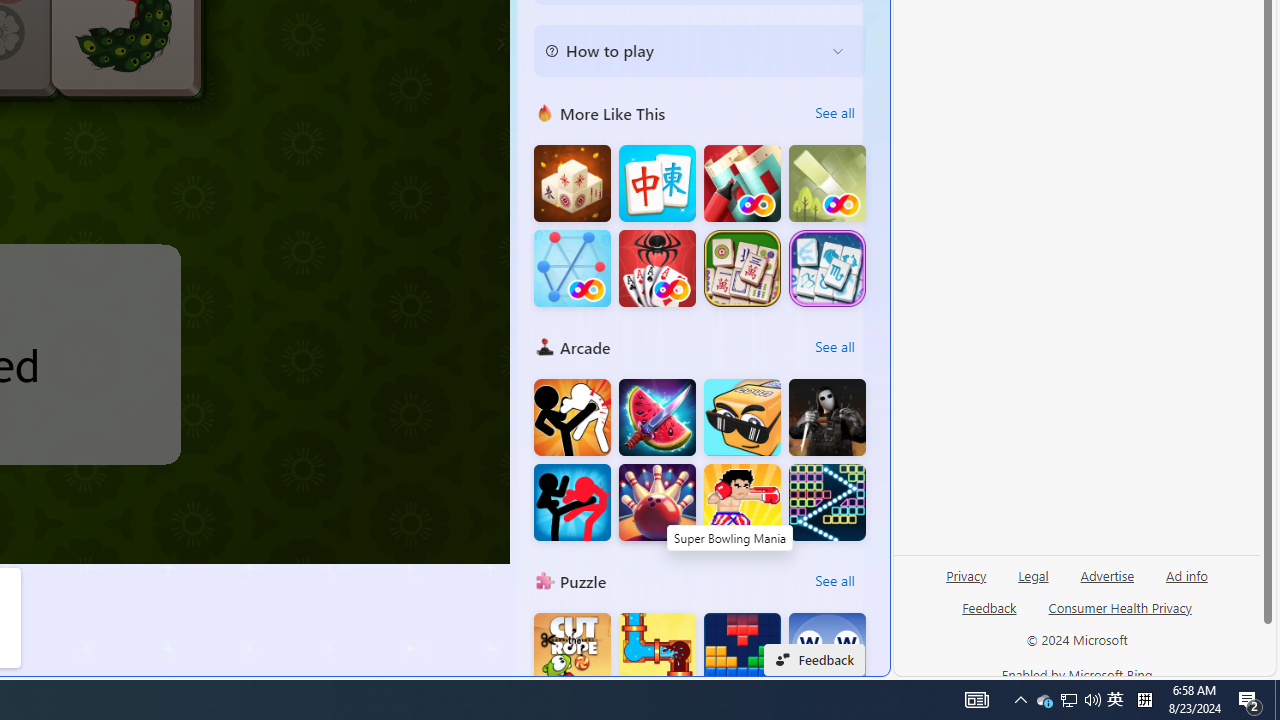  What do you see at coordinates (571, 651) in the screenshot?
I see `'Cut the Rope'` at bounding box center [571, 651].